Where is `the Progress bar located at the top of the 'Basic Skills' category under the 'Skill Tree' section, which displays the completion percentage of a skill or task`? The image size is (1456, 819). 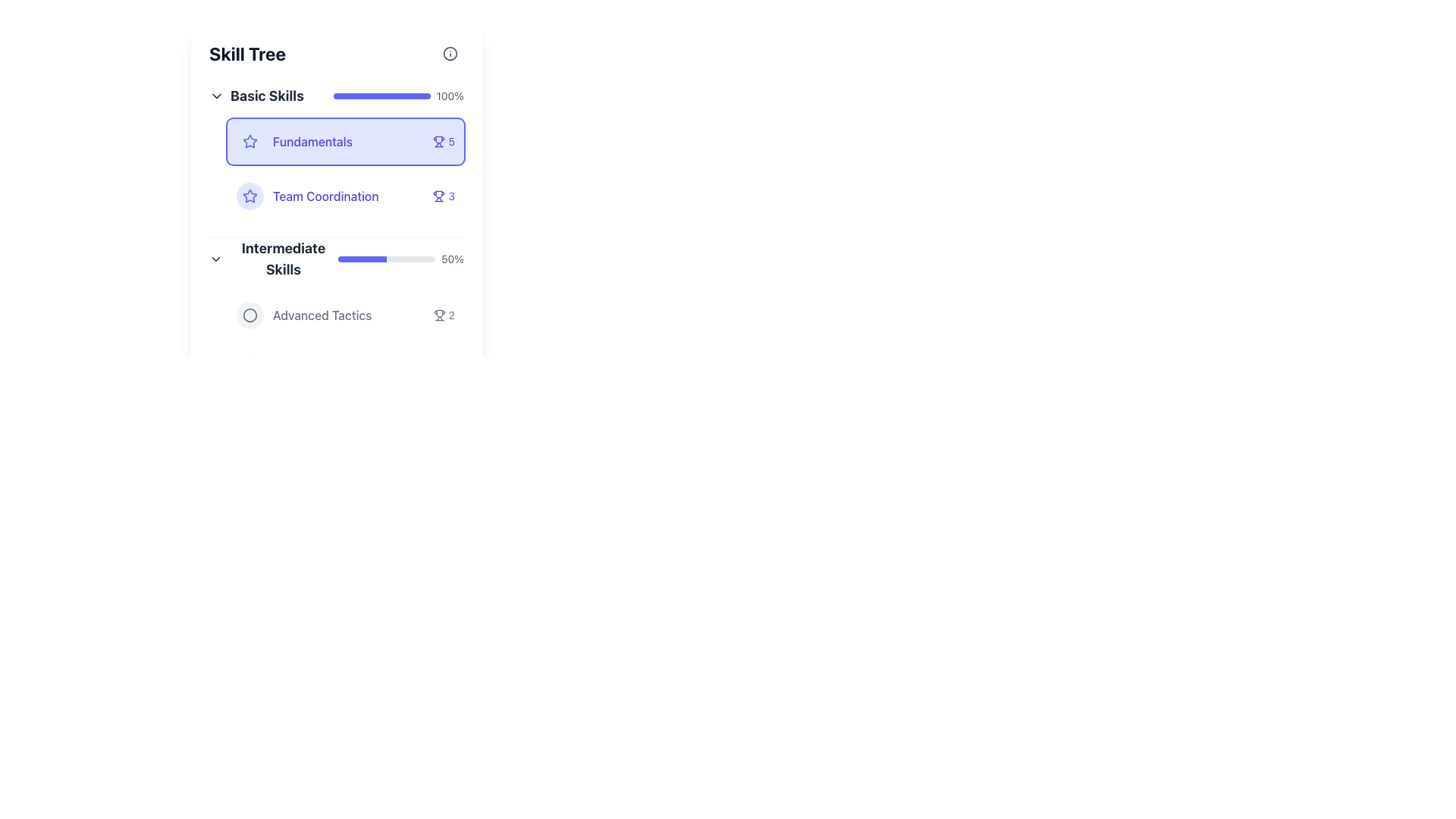
the Progress bar located at the top of the 'Basic Skills' category under the 'Skill Tree' section, which displays the completion percentage of a skill or task is located at coordinates (381, 96).